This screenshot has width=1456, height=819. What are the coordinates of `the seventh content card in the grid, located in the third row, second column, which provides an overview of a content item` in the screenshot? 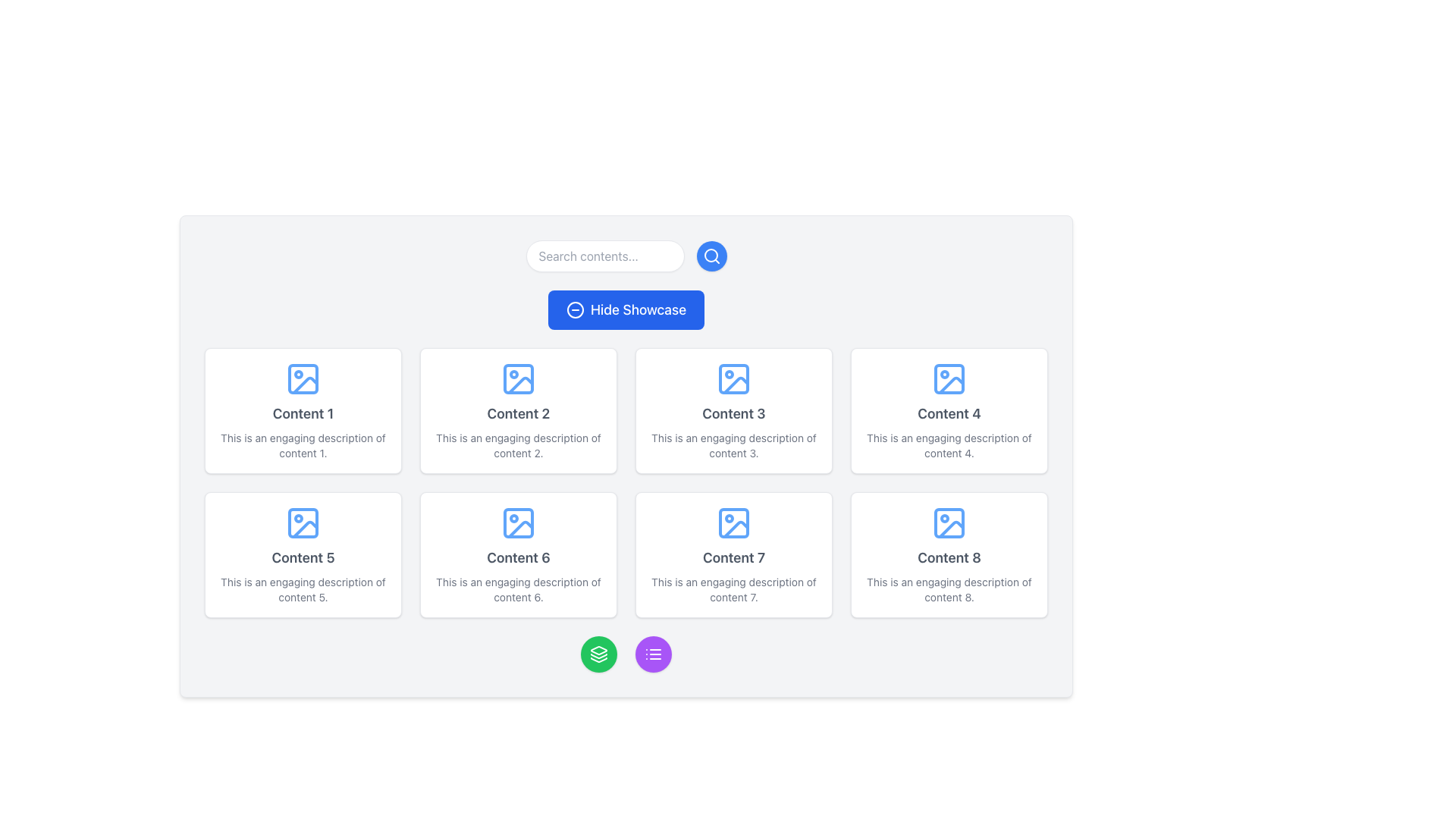 It's located at (734, 555).